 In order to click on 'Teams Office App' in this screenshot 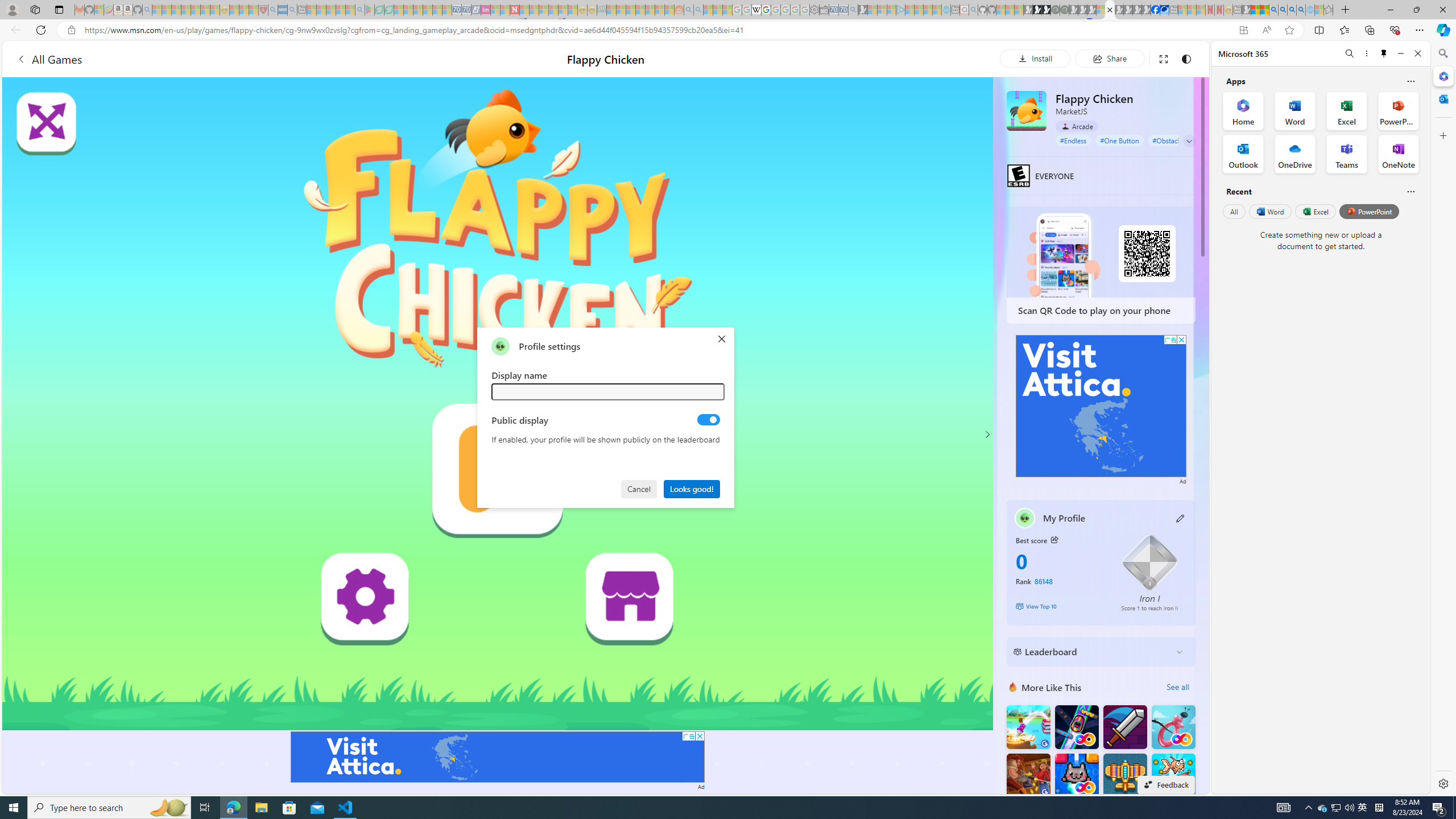, I will do `click(1347, 154)`.